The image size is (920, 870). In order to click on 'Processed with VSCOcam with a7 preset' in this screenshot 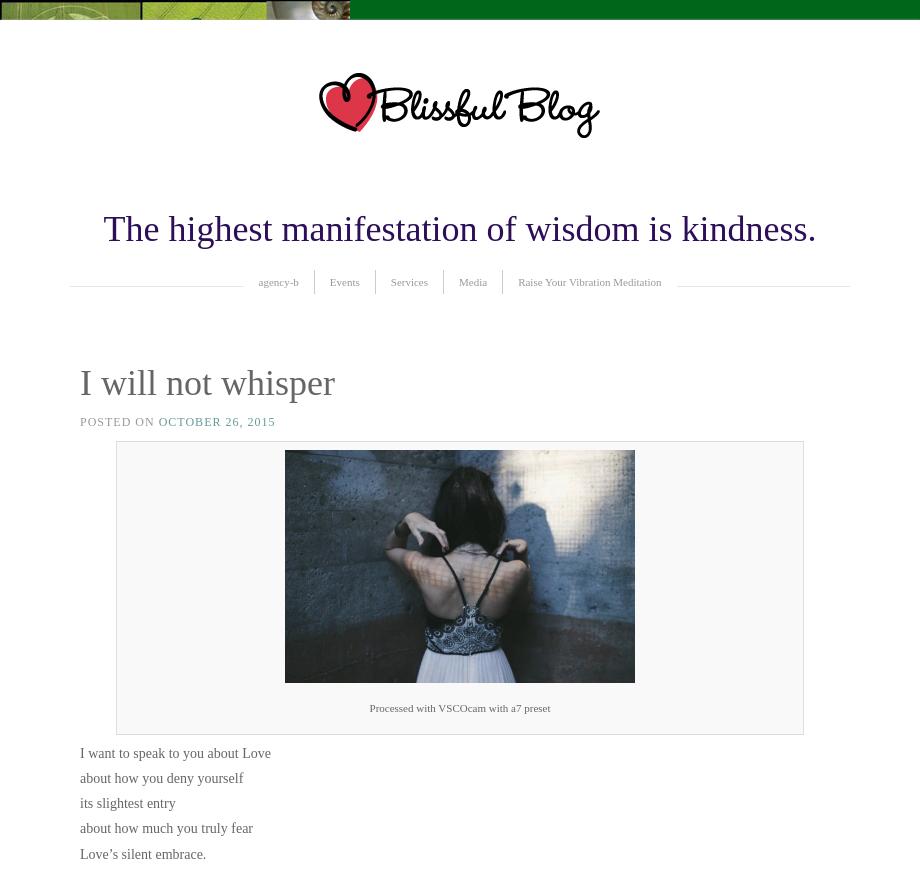, I will do `click(458, 708)`.